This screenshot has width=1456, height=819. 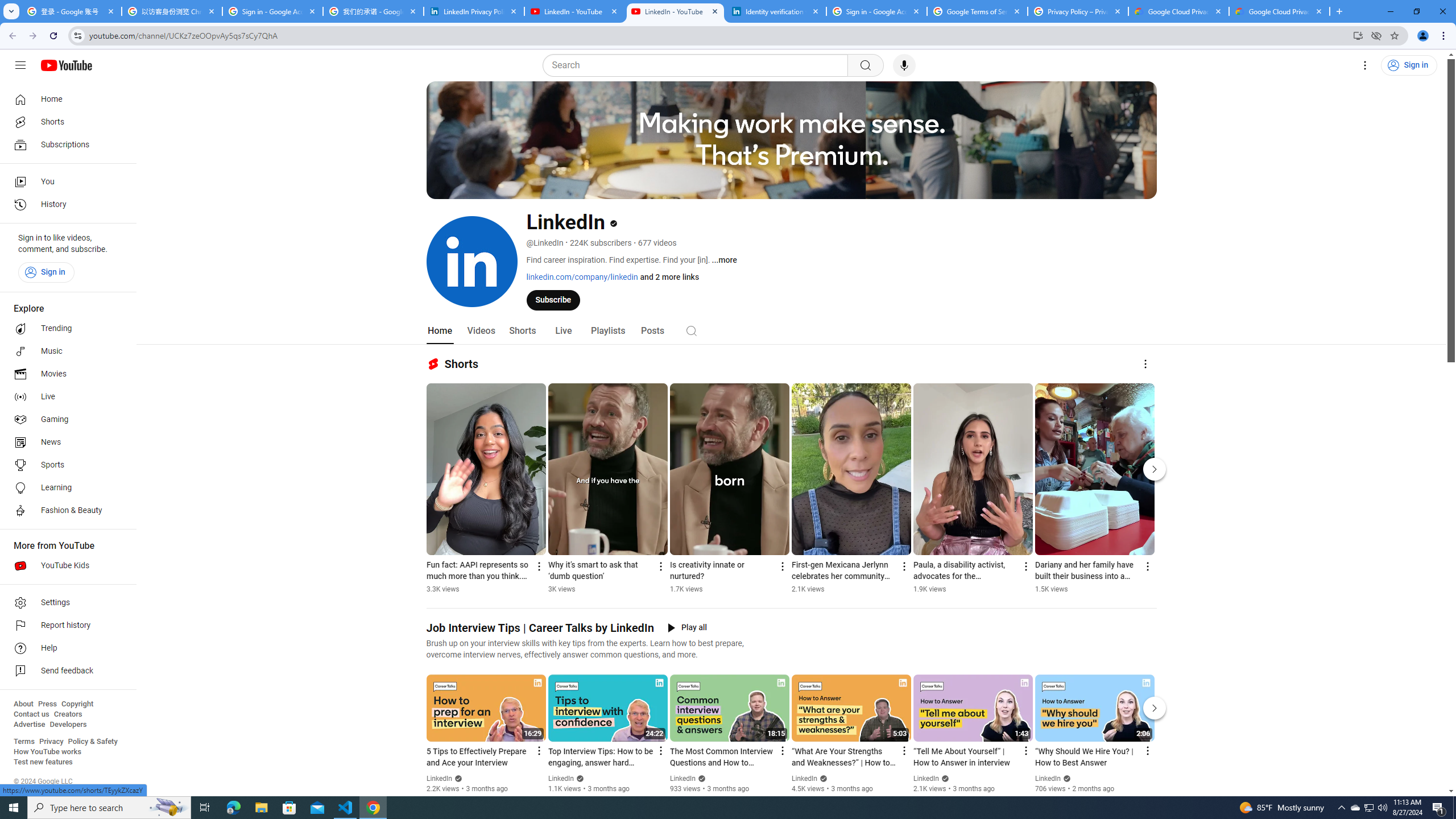 I want to click on 'Playlists', so click(x=607, y=330).